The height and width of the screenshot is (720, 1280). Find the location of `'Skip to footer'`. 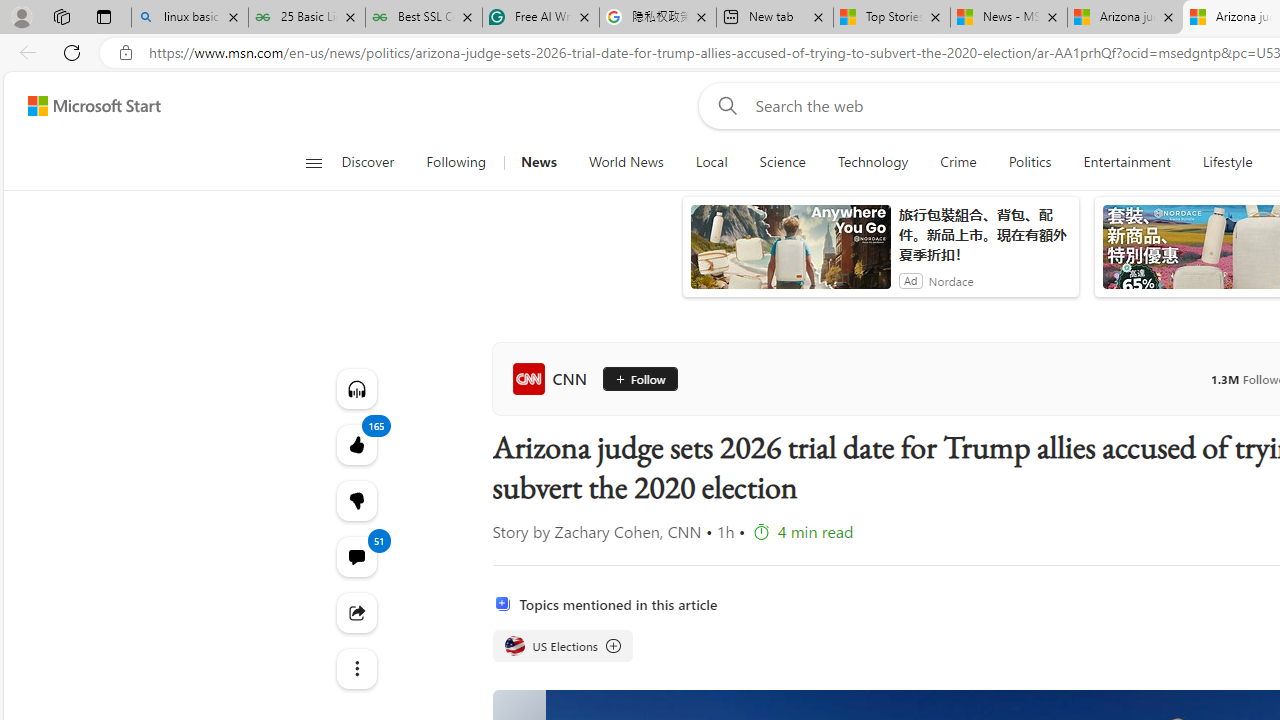

'Skip to footer' is located at coordinates (81, 105).